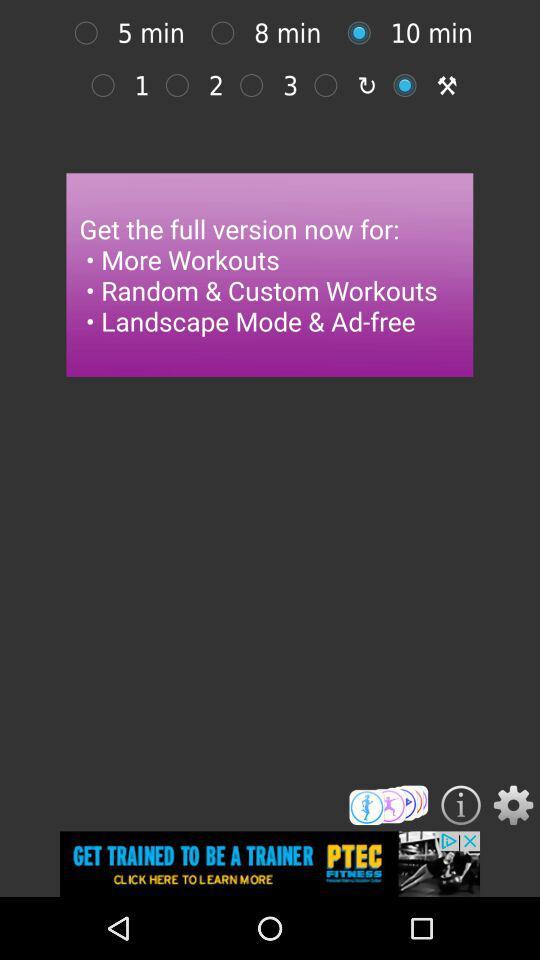  I want to click on choose 8 minutes, so click(90, 32).